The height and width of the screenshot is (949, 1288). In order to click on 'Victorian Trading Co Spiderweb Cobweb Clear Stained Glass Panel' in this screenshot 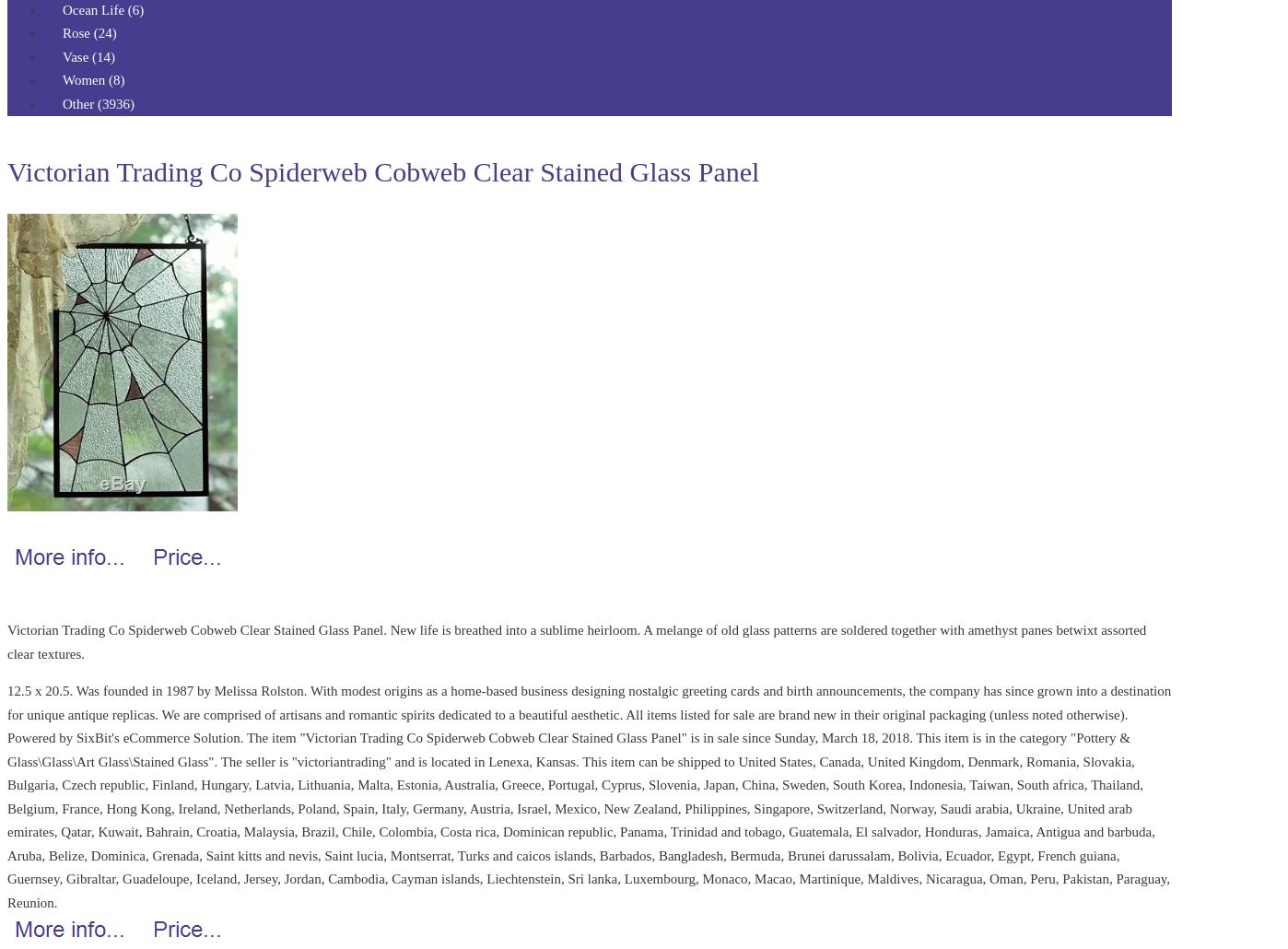, I will do `click(6, 171)`.